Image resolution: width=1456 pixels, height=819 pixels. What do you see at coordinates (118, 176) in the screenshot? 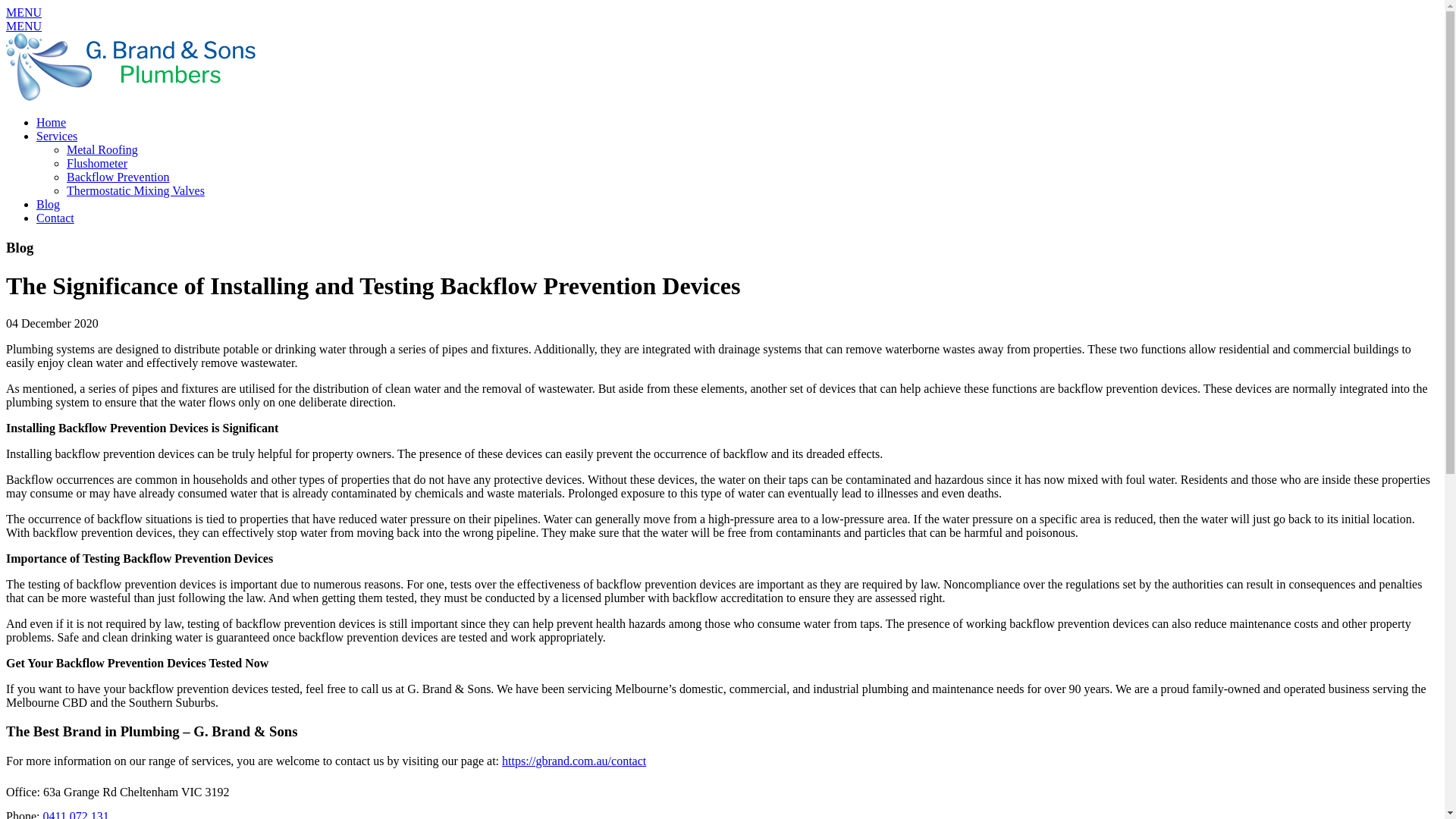
I see `'Backflow Prevention'` at bounding box center [118, 176].